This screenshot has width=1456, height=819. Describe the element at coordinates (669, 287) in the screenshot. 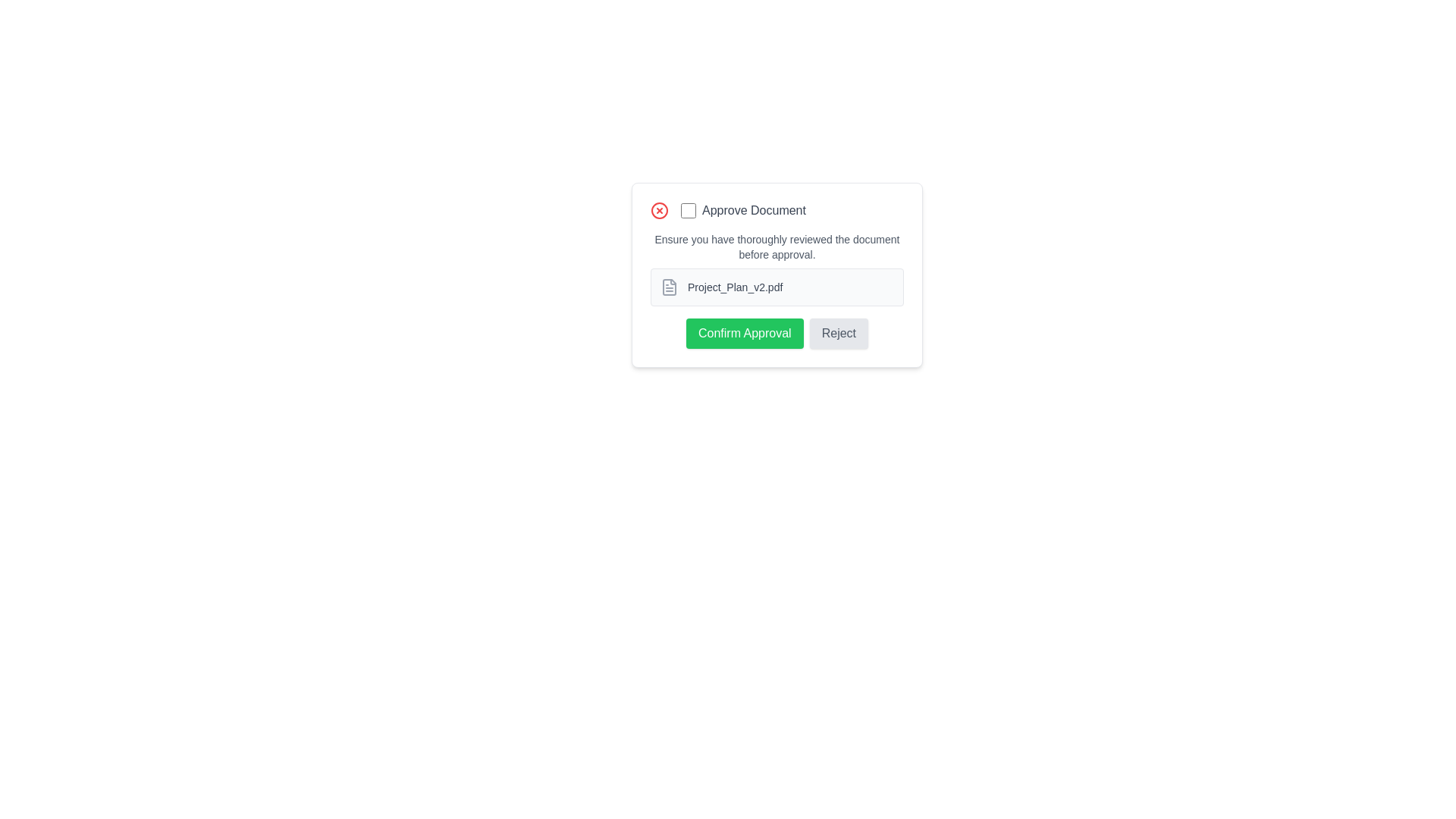

I see `the document icon for 'Project_Plan_v2.pdf' which is located on the left side of the label within the main dialog` at that location.